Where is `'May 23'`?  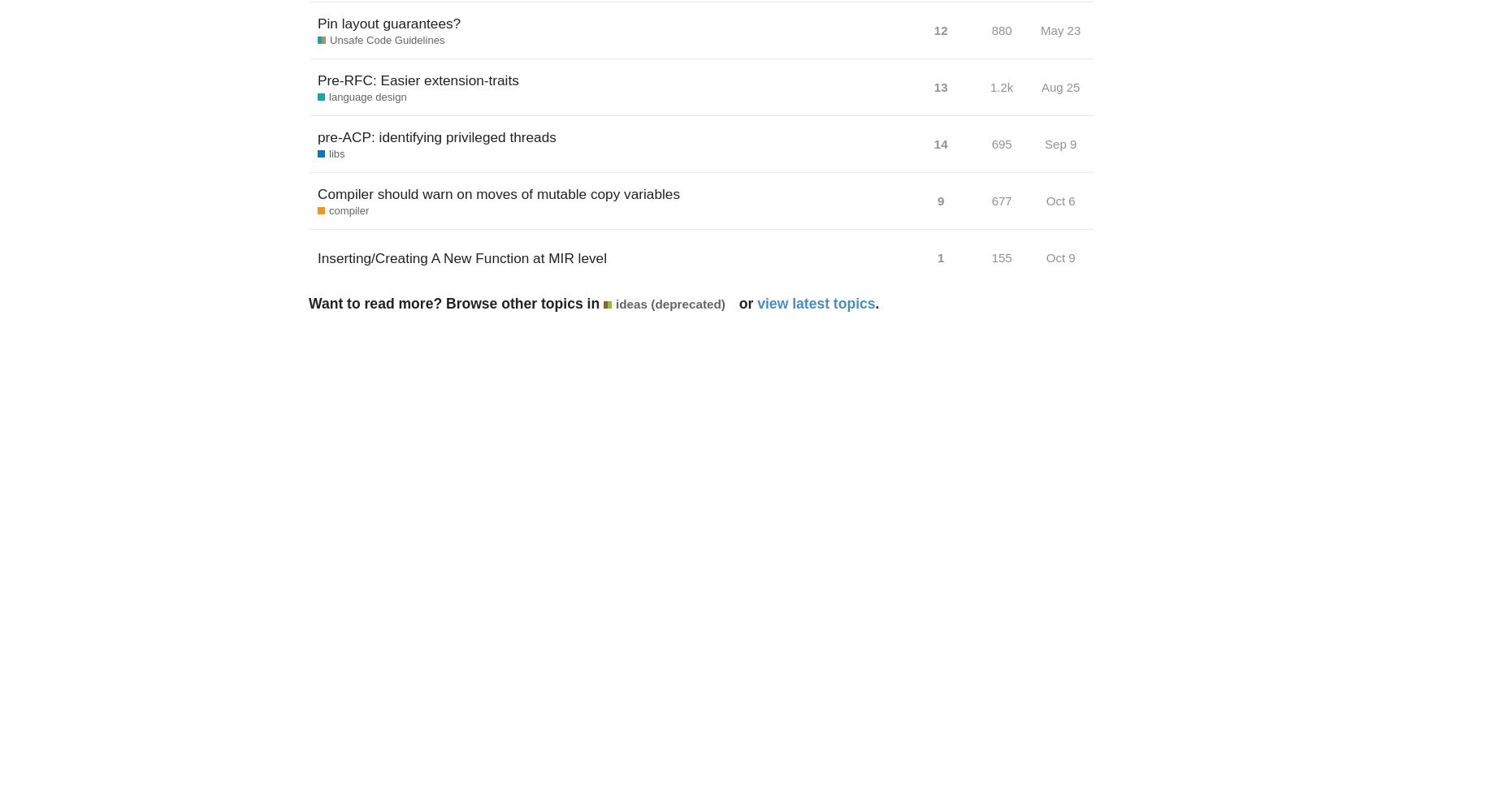 'May 23' is located at coordinates (1059, 30).